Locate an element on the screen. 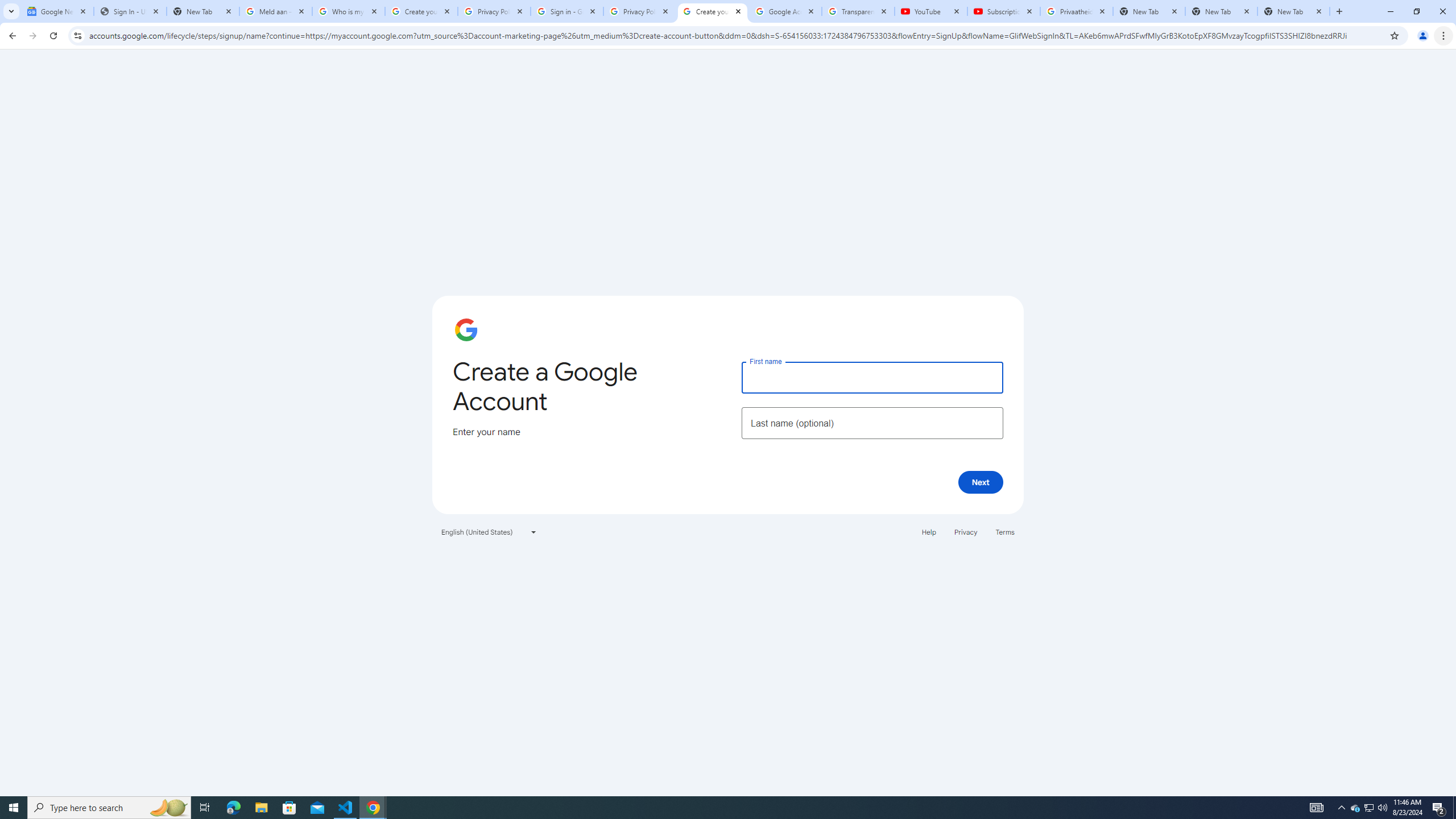 The width and height of the screenshot is (1456, 819). 'Create your Google Account' is located at coordinates (712, 11).